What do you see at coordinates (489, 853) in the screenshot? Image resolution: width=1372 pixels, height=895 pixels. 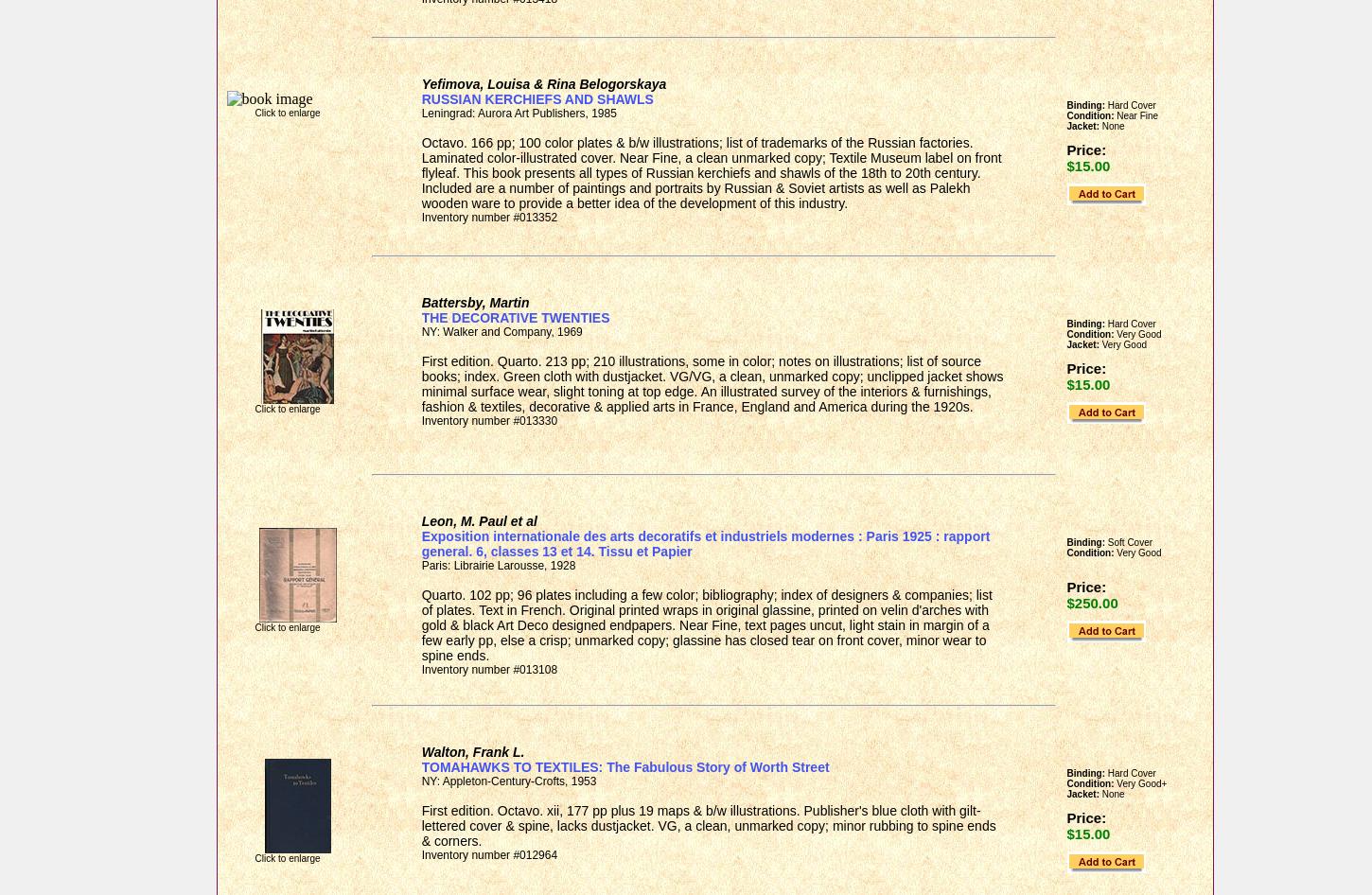 I see `'Inventory number #012964'` at bounding box center [489, 853].